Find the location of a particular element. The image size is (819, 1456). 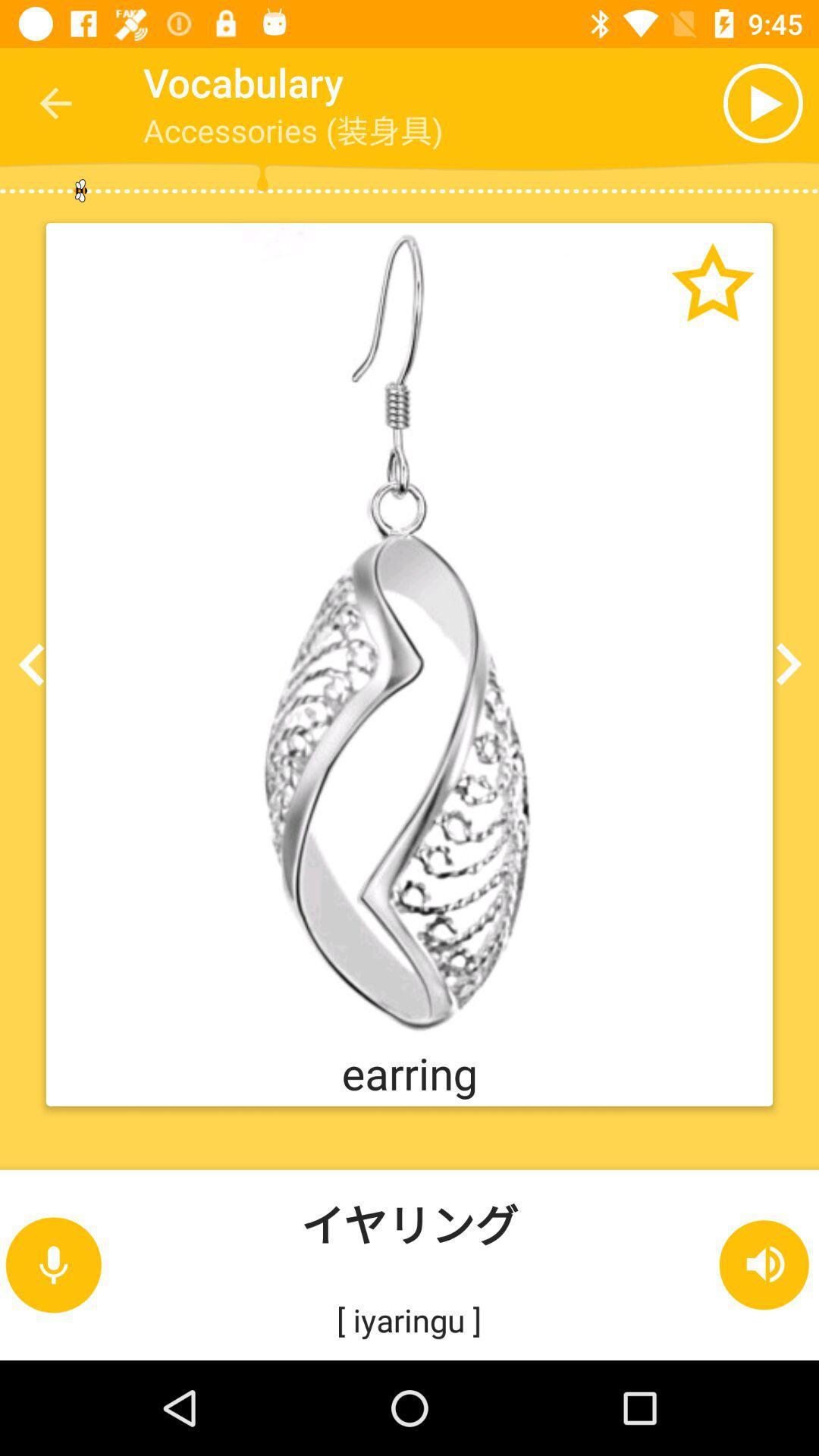

the arrow_forward icon is located at coordinates (783, 664).